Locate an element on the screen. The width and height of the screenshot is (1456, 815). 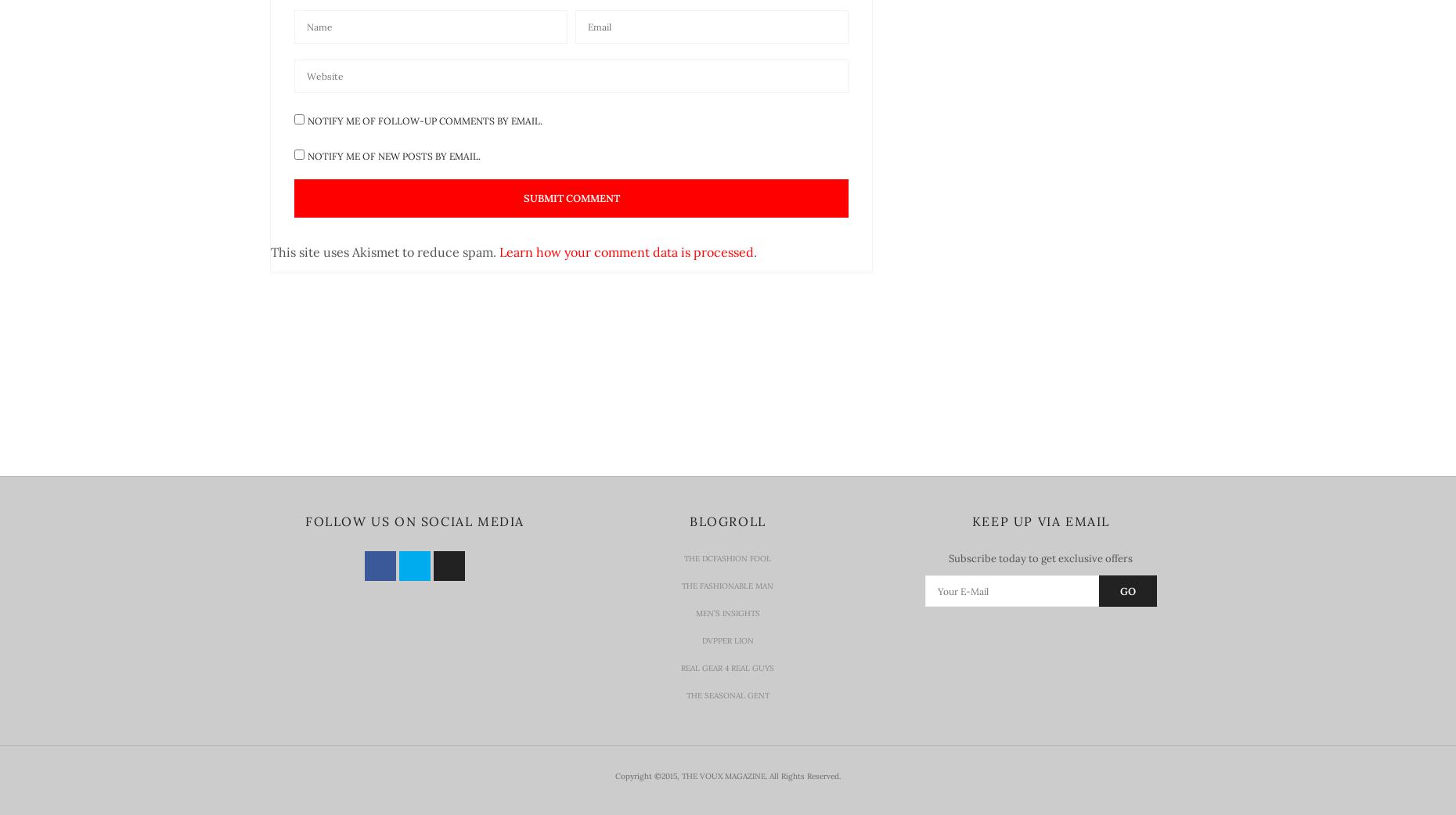
'FOLLOW US ON SOCIAL MEDIA' is located at coordinates (305, 521).